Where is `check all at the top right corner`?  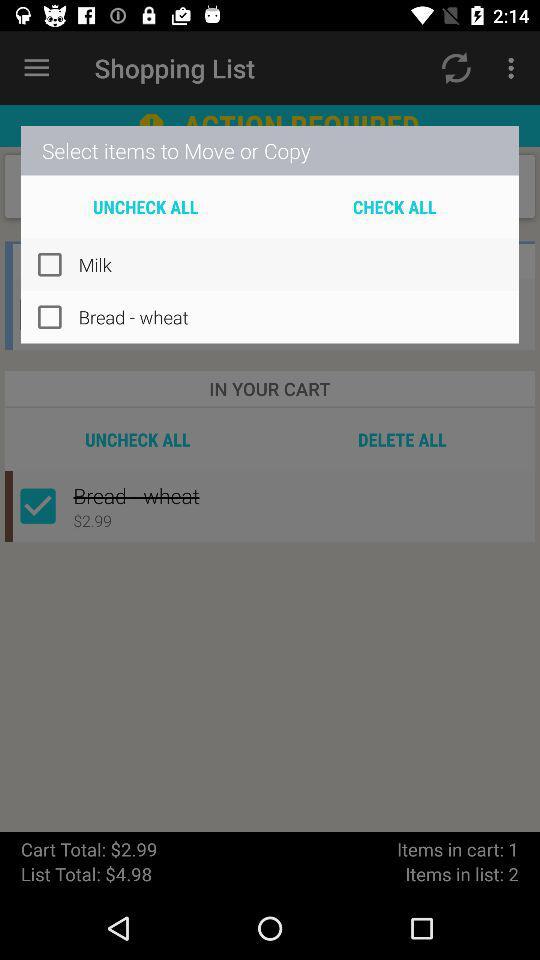 check all at the top right corner is located at coordinates (394, 206).